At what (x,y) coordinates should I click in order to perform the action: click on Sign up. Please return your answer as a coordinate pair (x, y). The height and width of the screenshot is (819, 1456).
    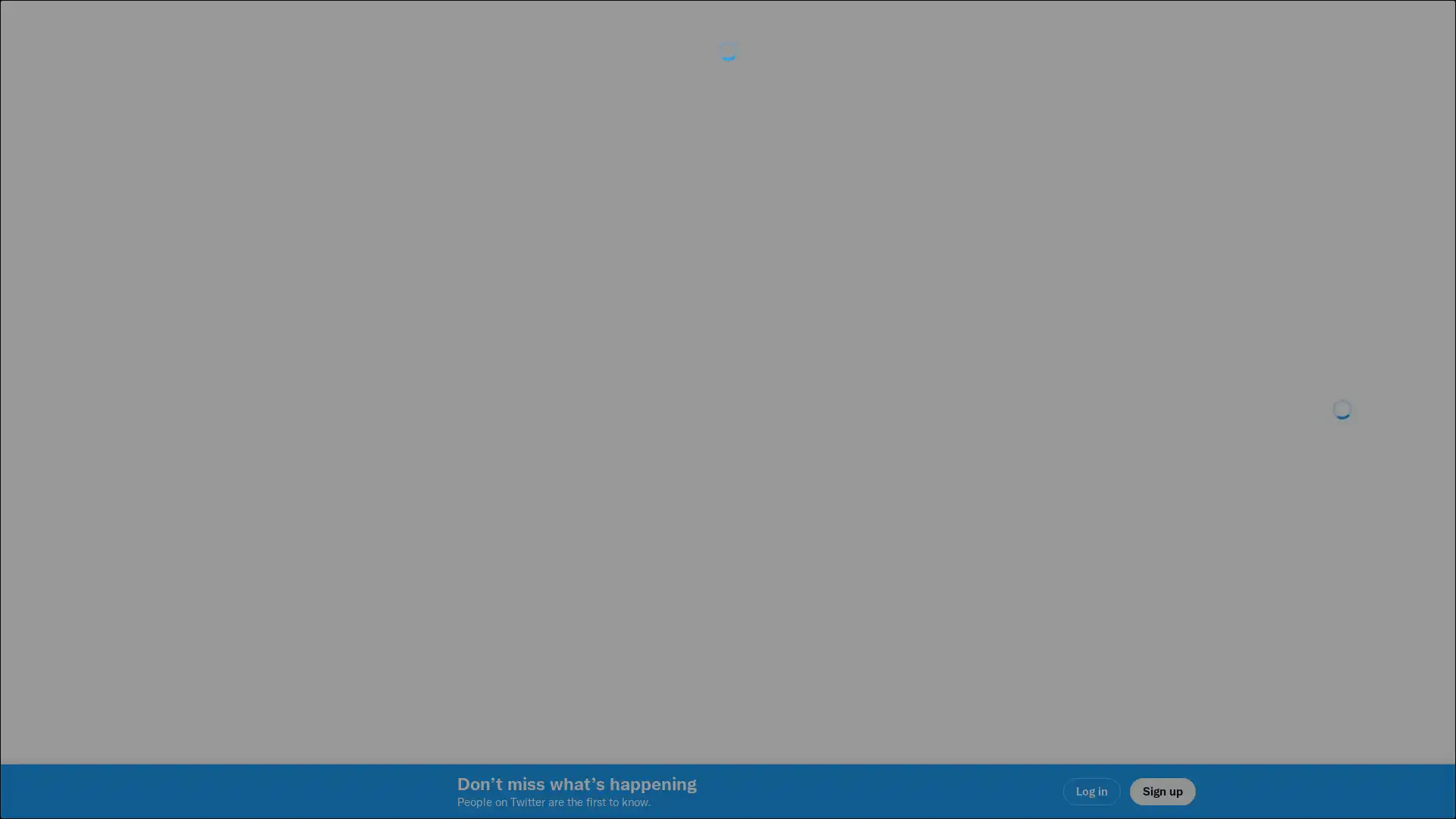
    Looking at the image, I should click on (548, 516).